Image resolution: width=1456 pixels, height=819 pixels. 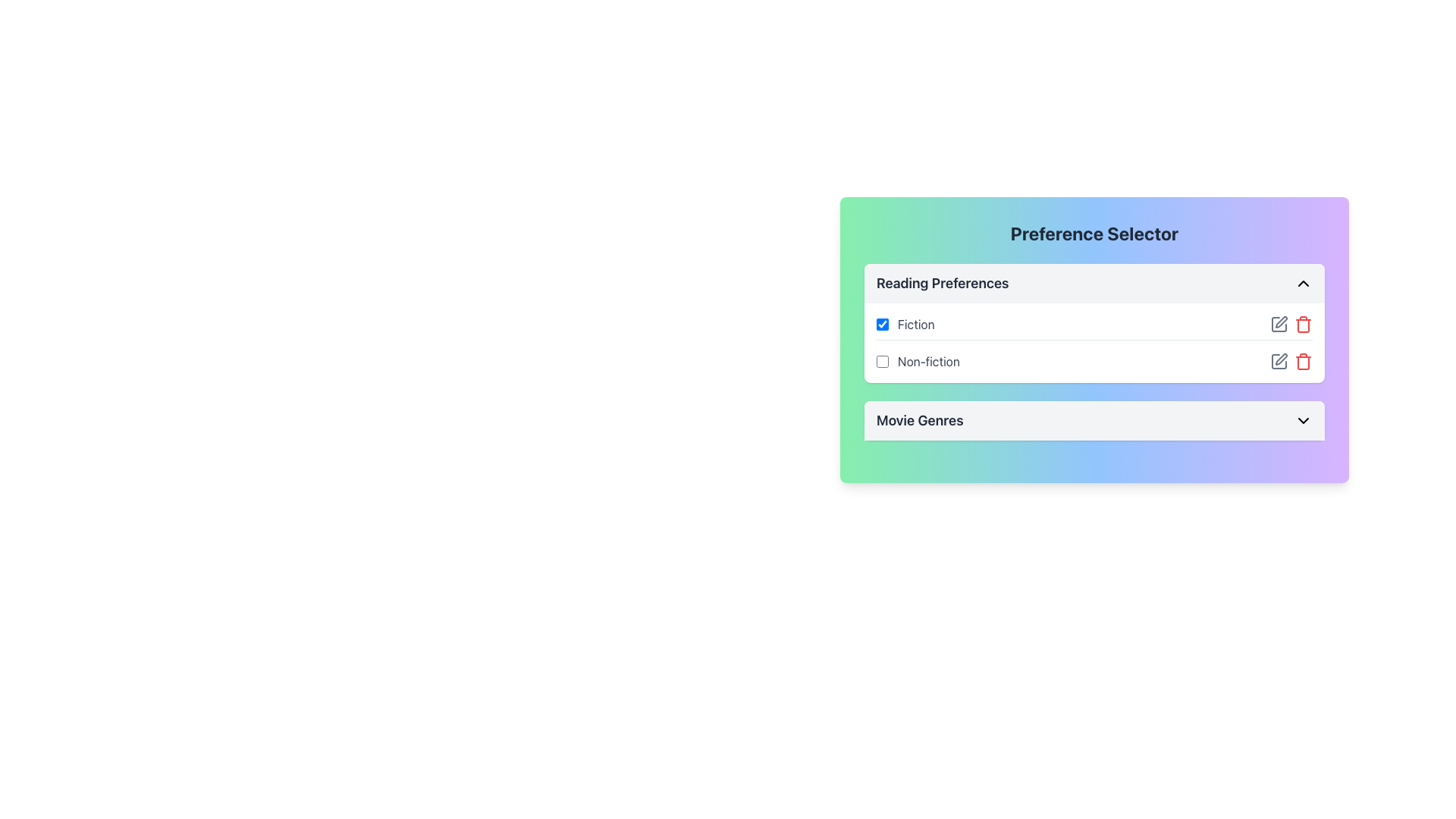 I want to click on the pen icon for editing located in the 'Reading Preferences' section, next to the 'Fiction' checkbox entry, so click(x=1278, y=324).